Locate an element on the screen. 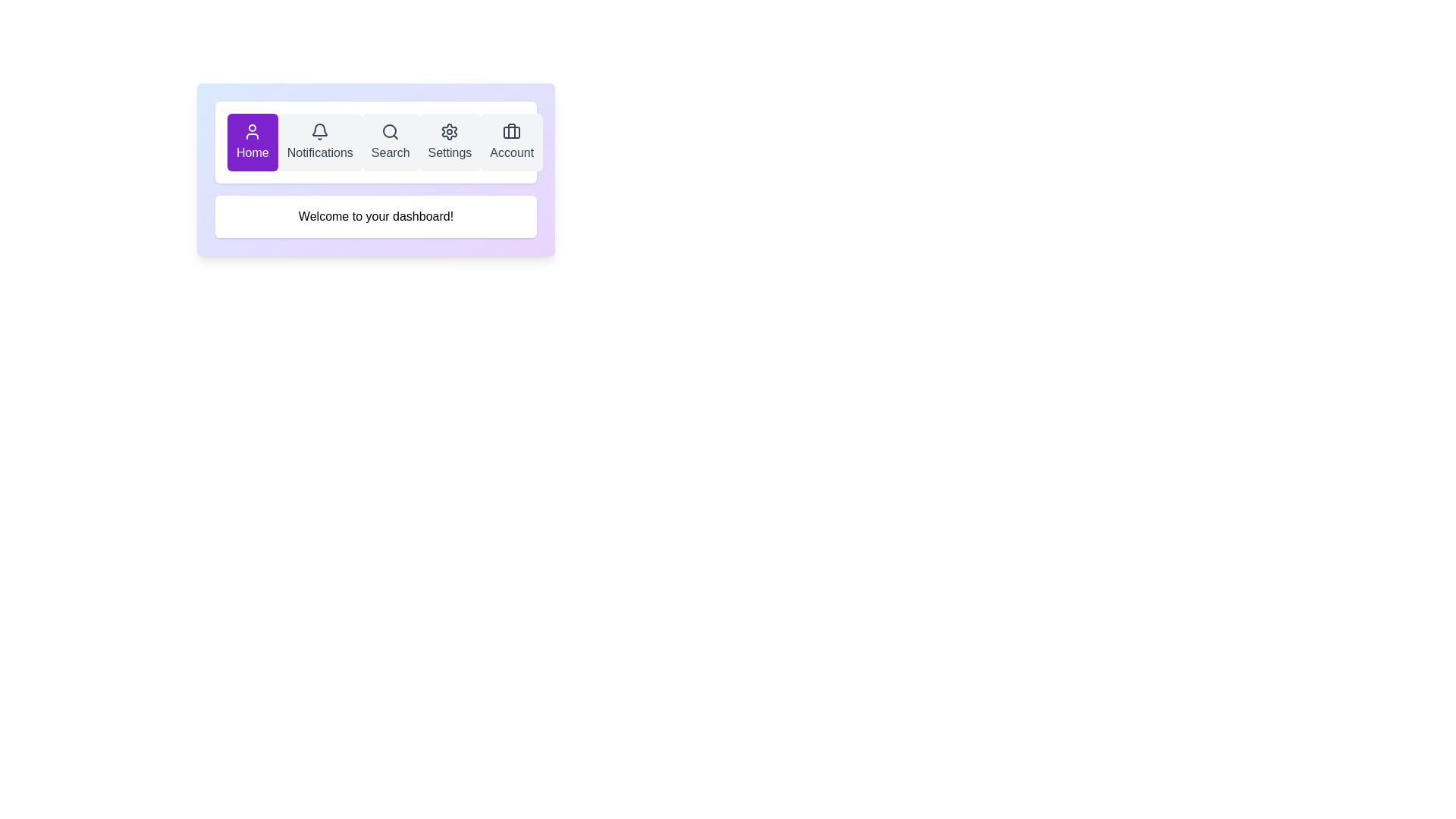  the bell-shaped notification icon located in the top navigation bar to trigger a tooltip if available is located at coordinates (319, 129).